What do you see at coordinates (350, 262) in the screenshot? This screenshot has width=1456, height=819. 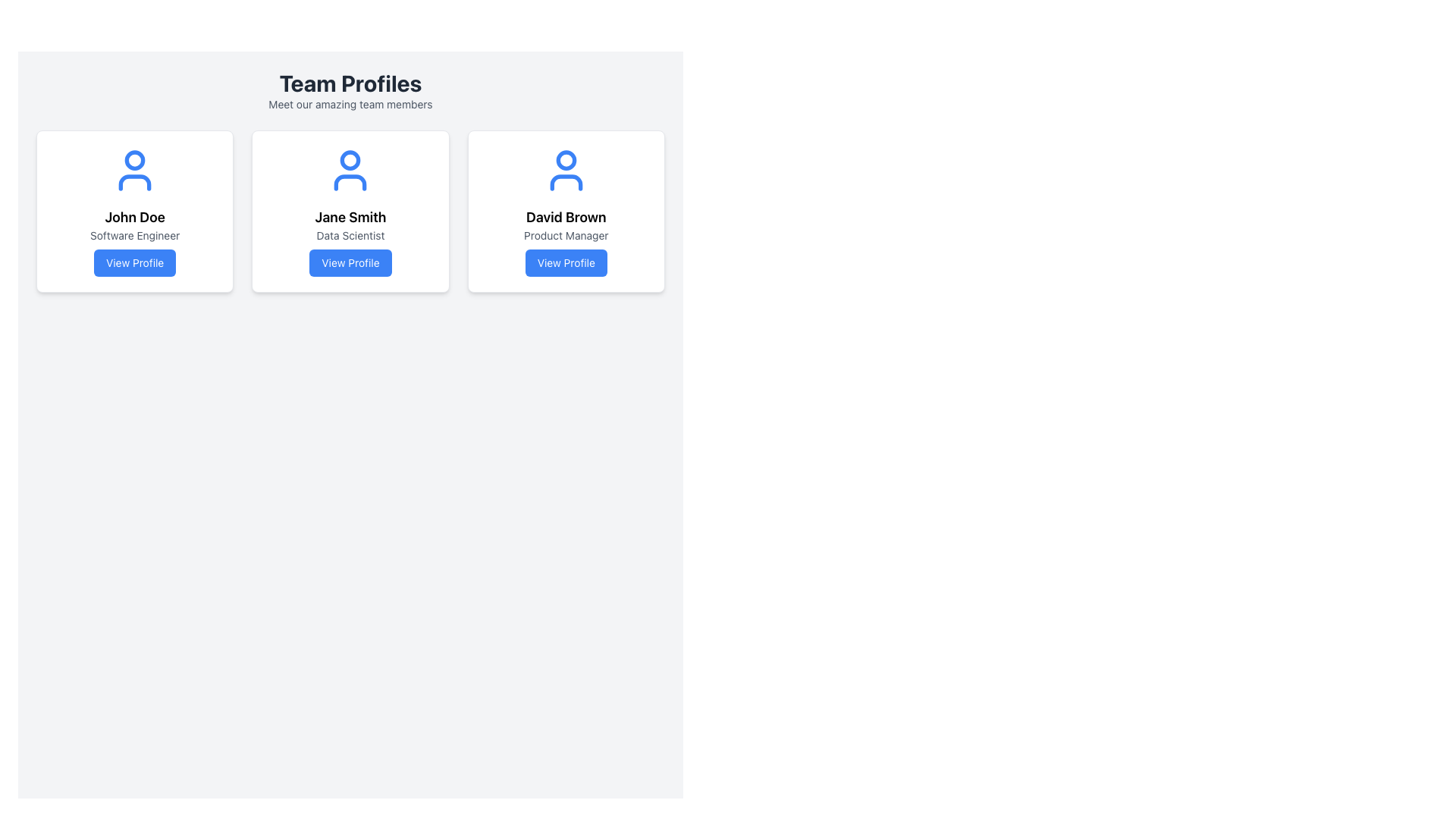 I see `the 'View Profile' button which is a rectangular button with white text on a blue background, located in the middle column of a three-column layout, below the 'Data Scientist' text` at bounding box center [350, 262].